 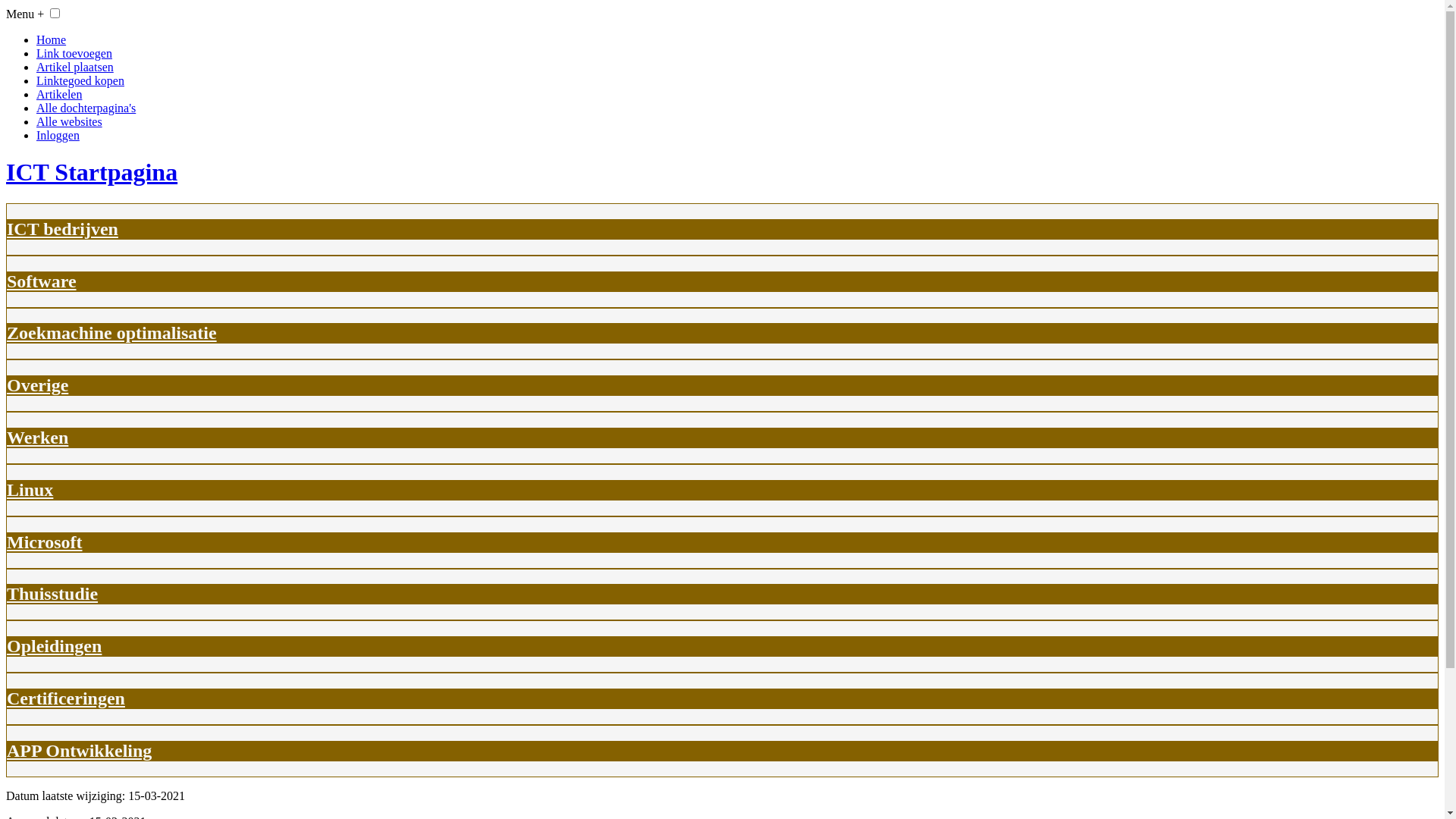 I want to click on 'Microsoft', so click(x=44, y=541).